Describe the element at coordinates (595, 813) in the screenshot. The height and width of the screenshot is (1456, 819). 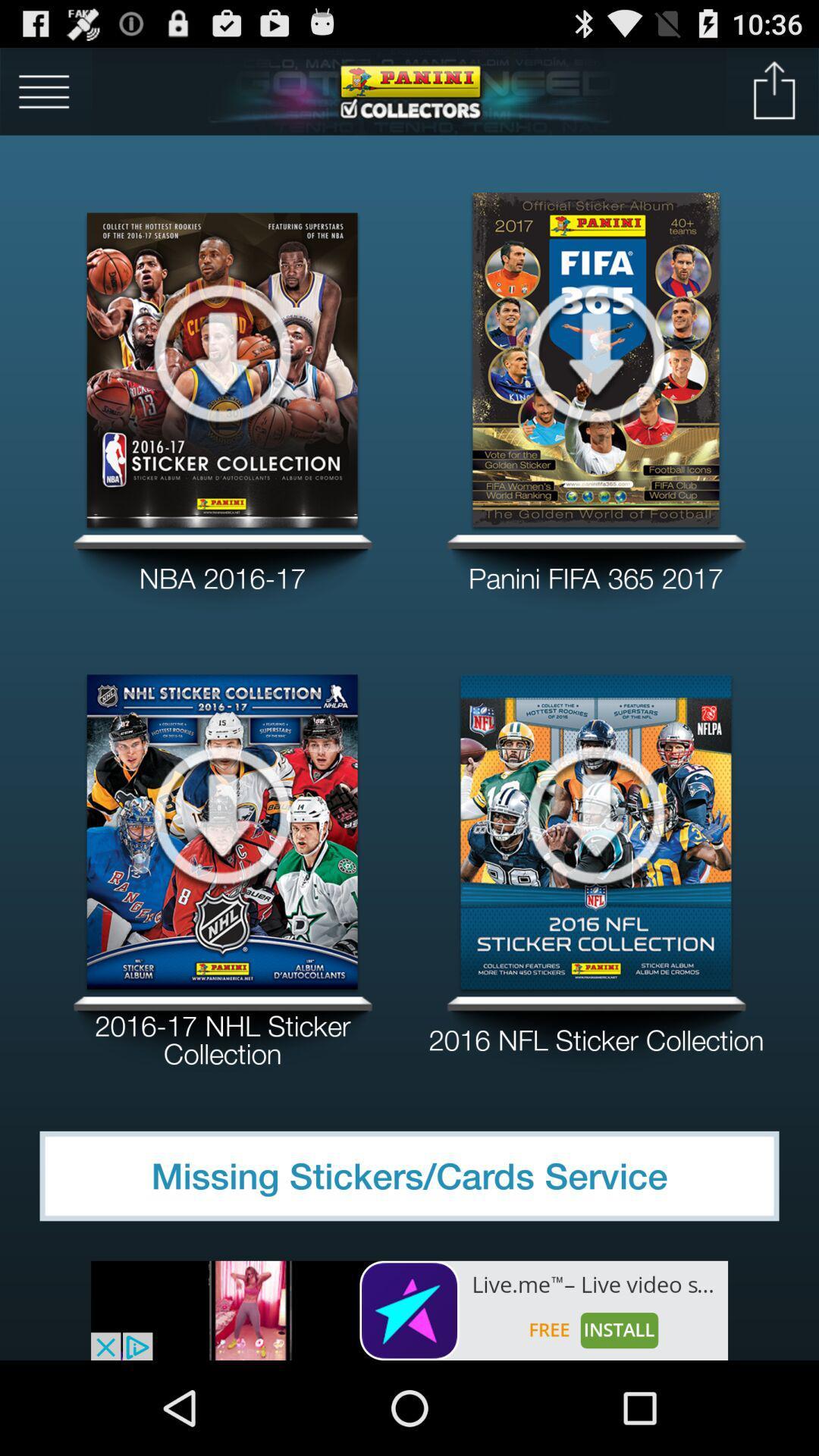
I see `second image second row down arrow` at that location.